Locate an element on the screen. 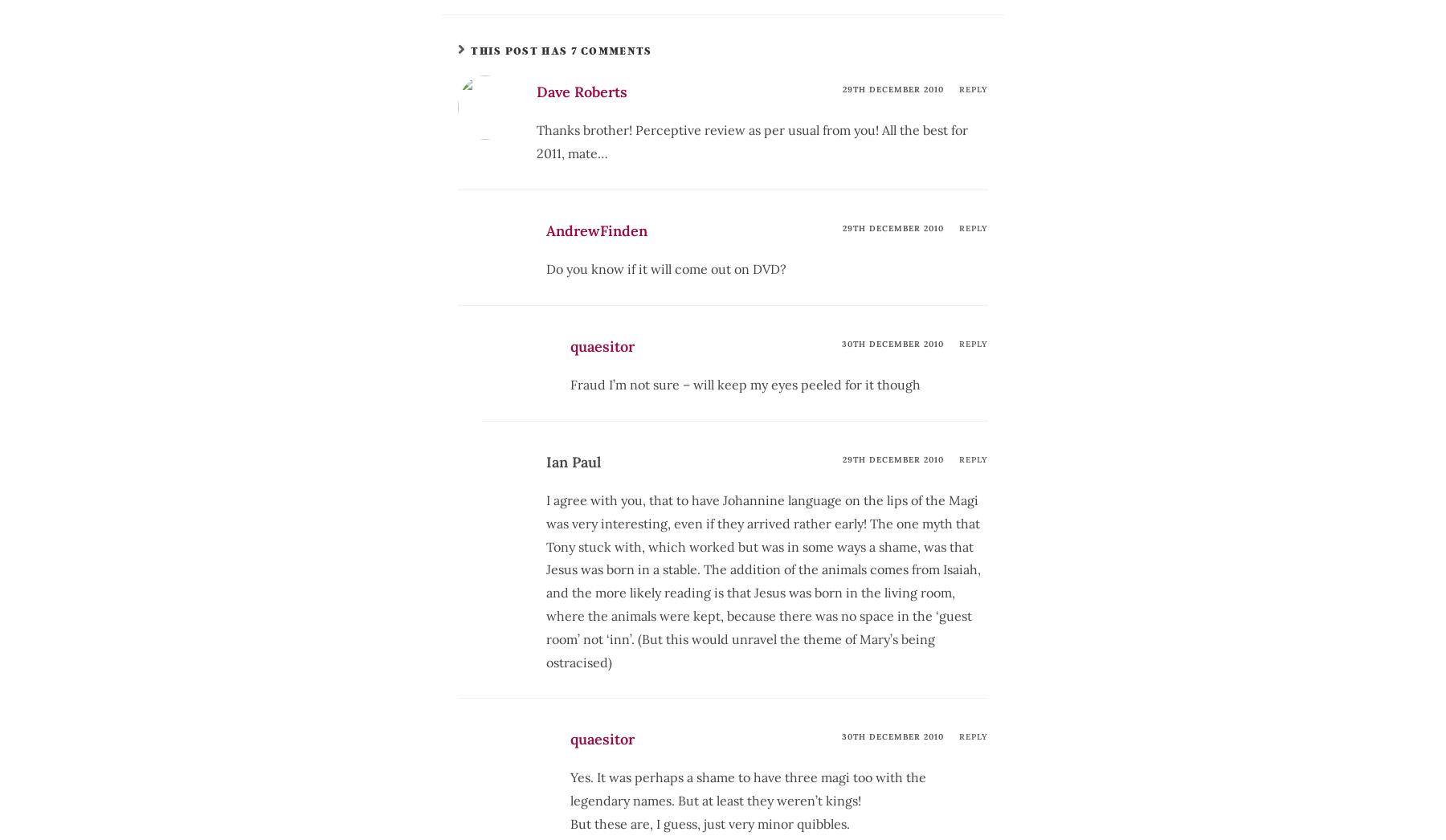  'Do you know if it will come out on DVD?' is located at coordinates (666, 267).